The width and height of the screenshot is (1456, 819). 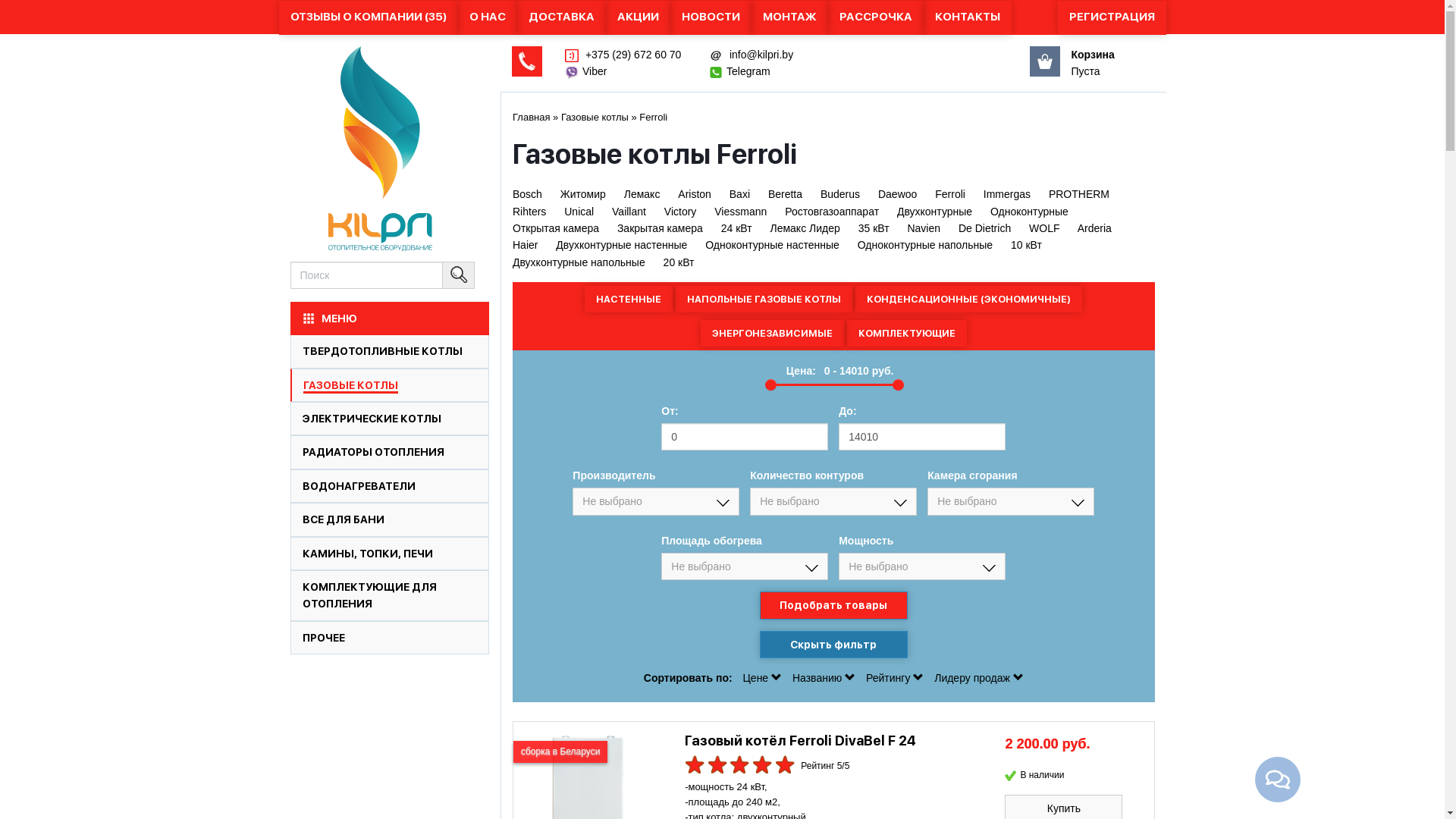 What do you see at coordinates (923, 227) in the screenshot?
I see `'Navien'` at bounding box center [923, 227].